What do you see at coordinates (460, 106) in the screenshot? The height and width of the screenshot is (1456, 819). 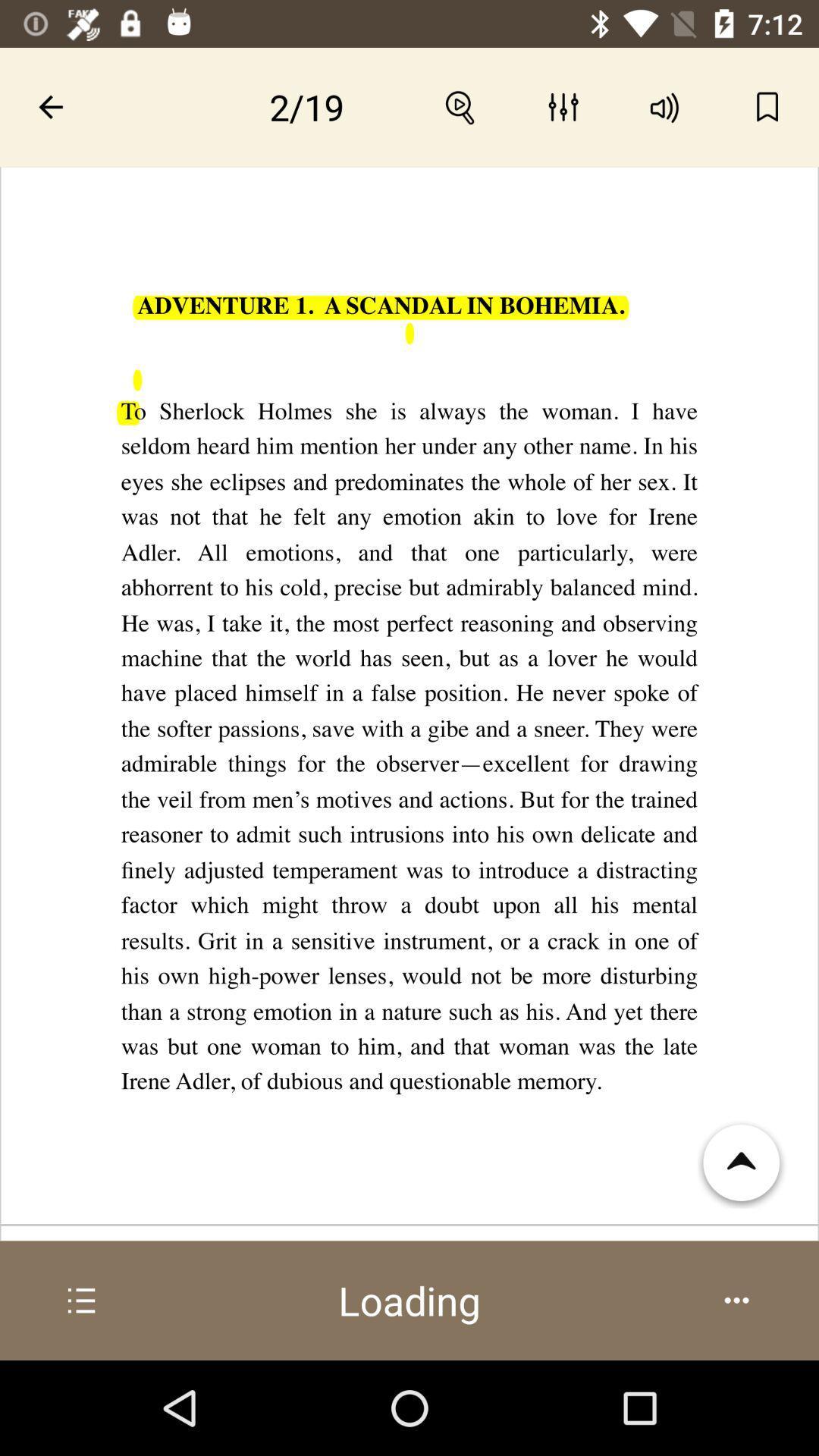 I see `search option` at bounding box center [460, 106].